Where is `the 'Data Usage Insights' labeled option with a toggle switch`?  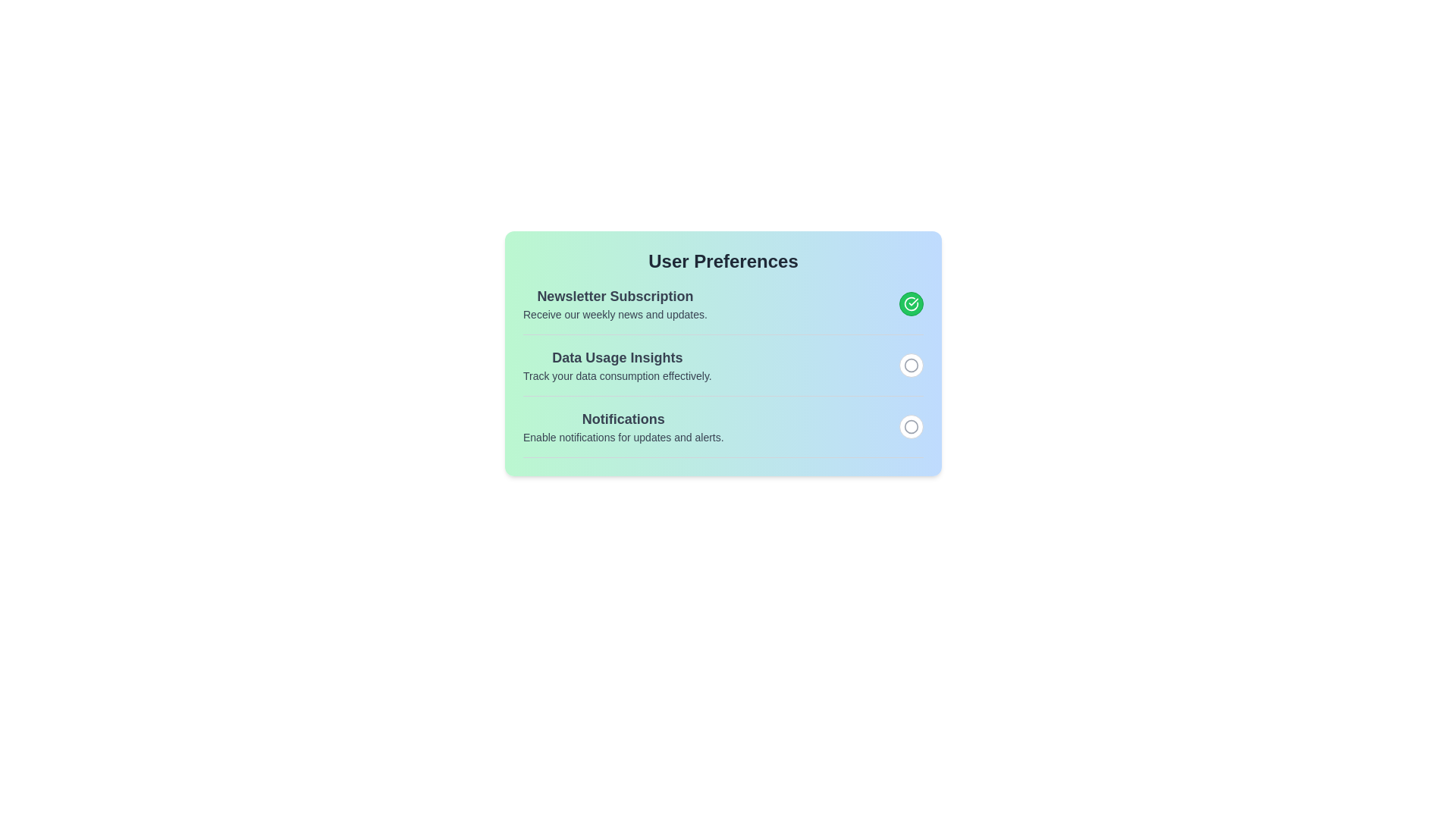
the 'Data Usage Insights' labeled option with a toggle switch is located at coordinates (723, 371).